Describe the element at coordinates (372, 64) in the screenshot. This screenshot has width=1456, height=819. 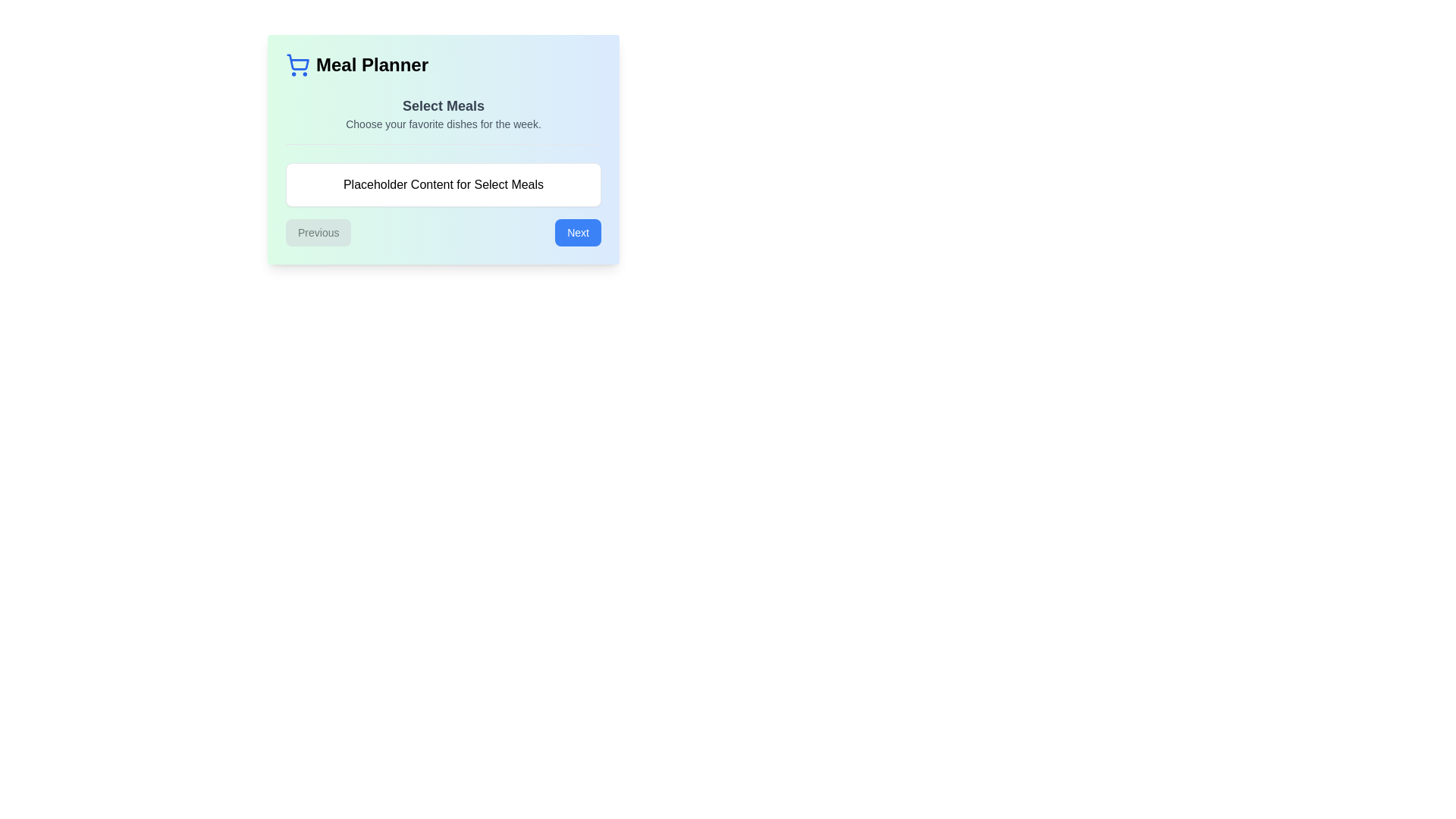
I see `the bold, black text labeled 'Meal Planner', which is styled with a large font size and positioned to the right of a blue shopping cart icon` at that location.